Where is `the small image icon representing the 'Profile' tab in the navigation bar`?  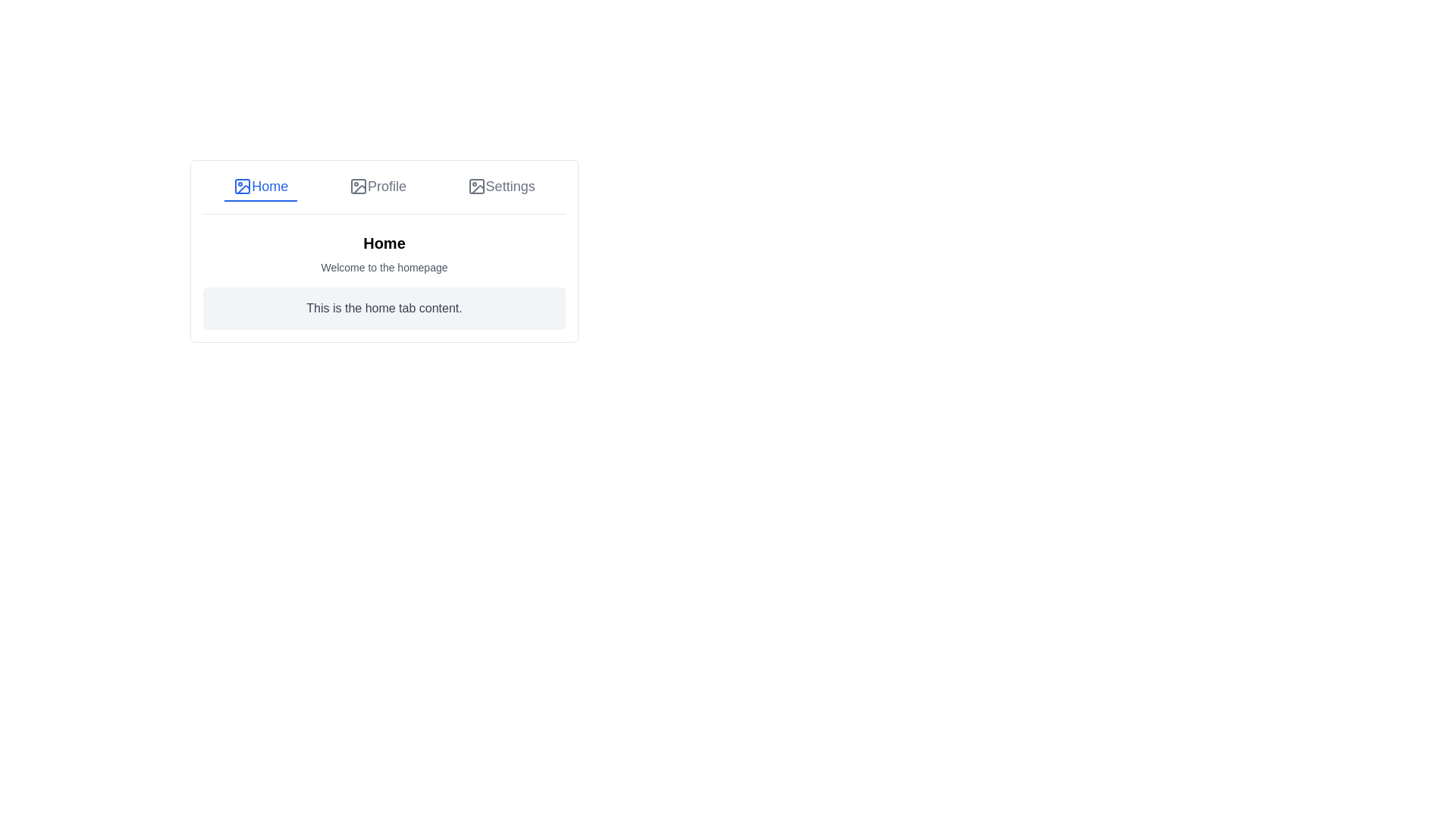 the small image icon representing the 'Profile' tab in the navigation bar is located at coordinates (357, 186).